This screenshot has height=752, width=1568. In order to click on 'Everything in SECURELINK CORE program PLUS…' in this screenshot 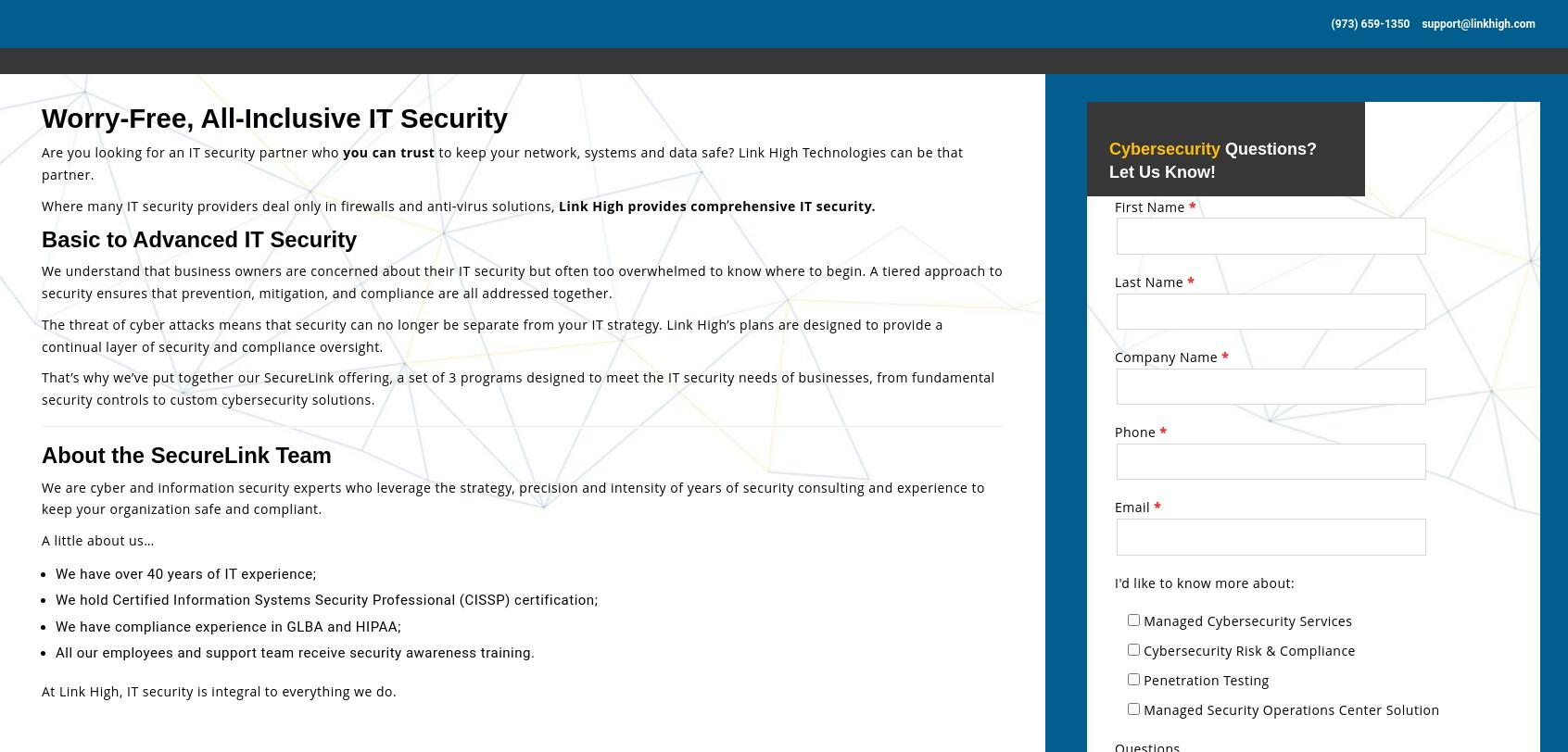, I will do `click(971, 381)`.